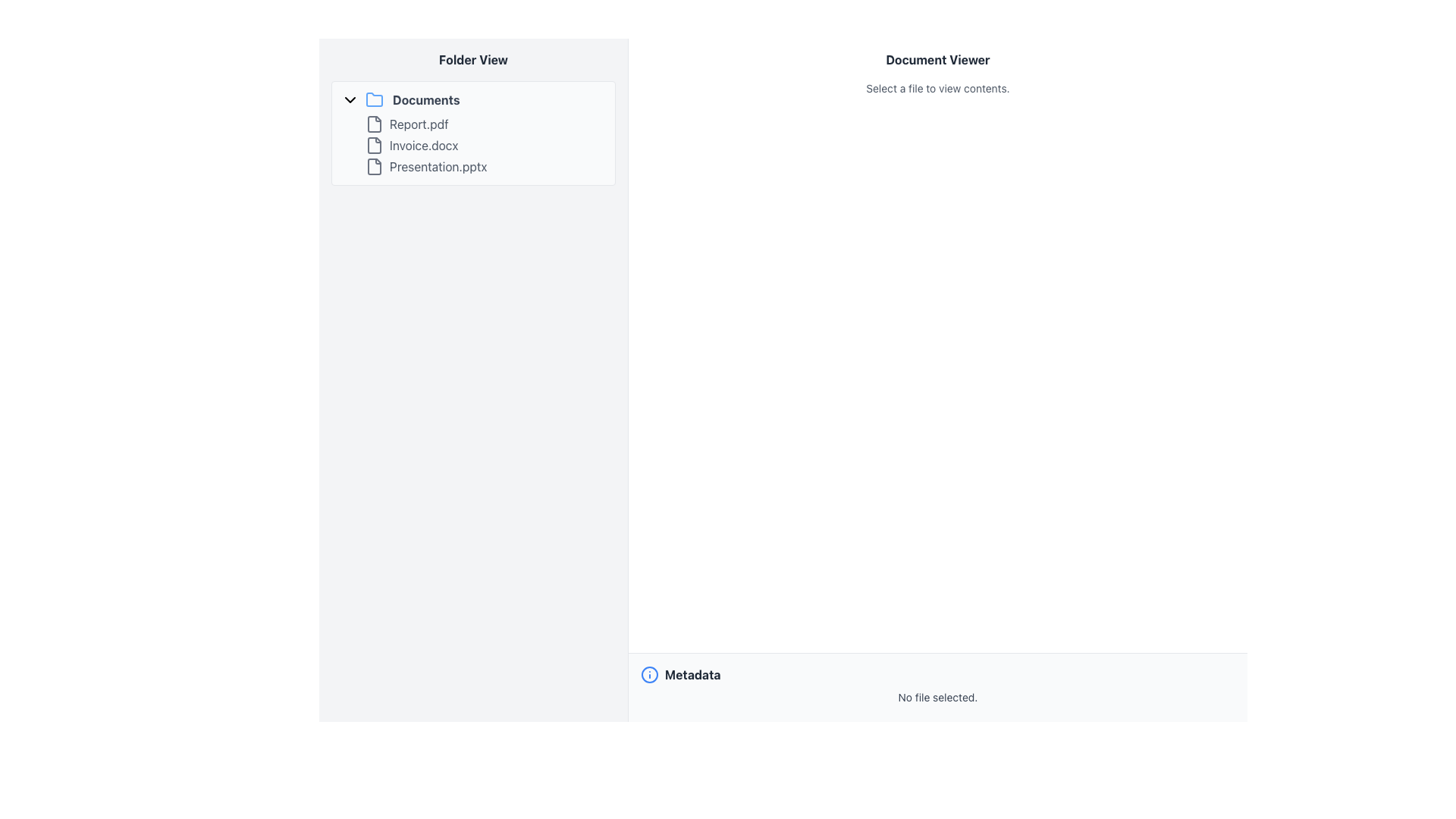 The width and height of the screenshot is (1456, 819). What do you see at coordinates (650, 674) in the screenshot?
I see `the blue circular icon displaying the letter 'i' located at the beginning of the 'Metadata' section` at bounding box center [650, 674].